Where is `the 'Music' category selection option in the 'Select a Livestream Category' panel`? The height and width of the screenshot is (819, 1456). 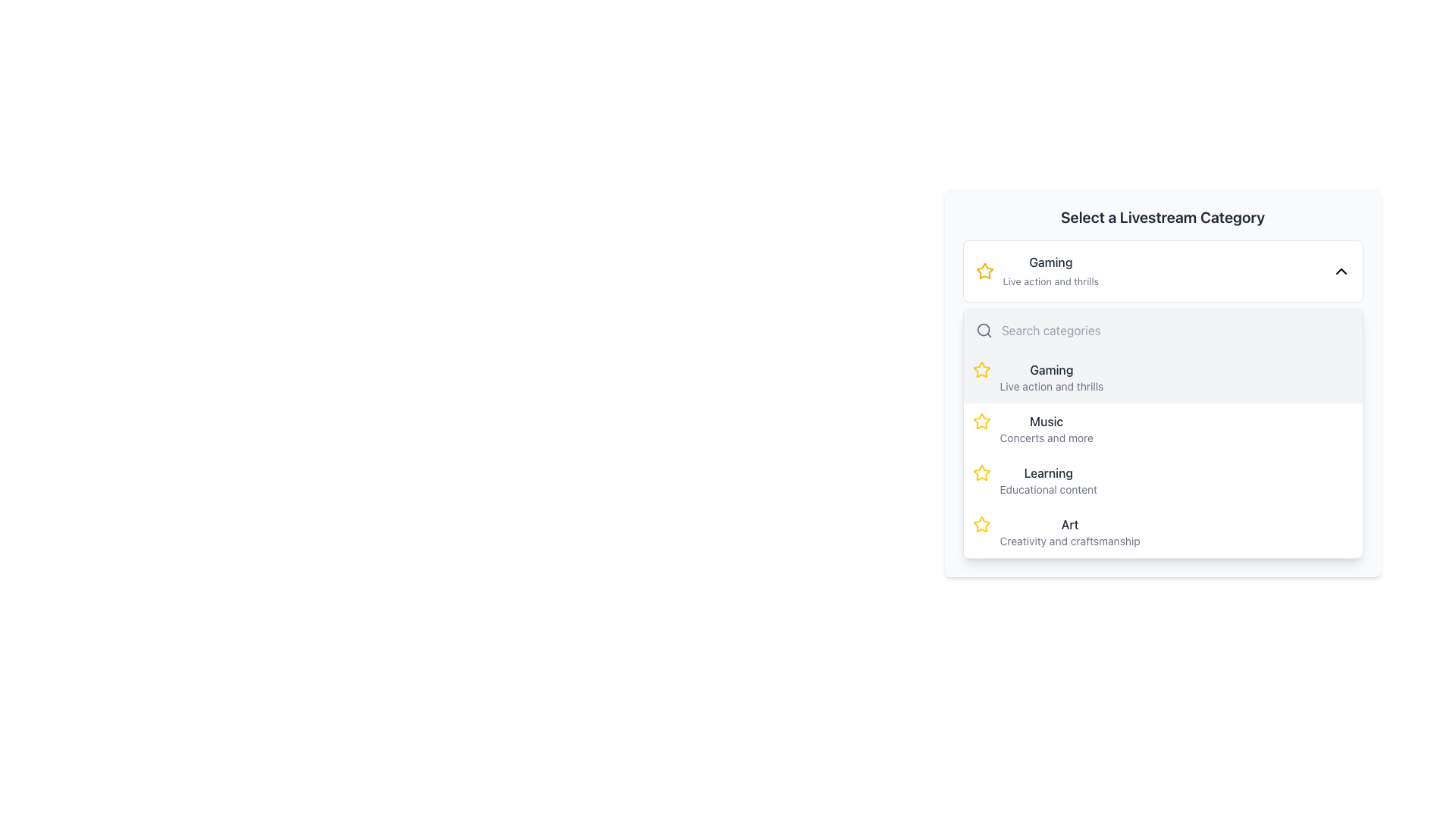
the 'Music' category selection option in the 'Select a Livestream Category' panel is located at coordinates (1046, 429).